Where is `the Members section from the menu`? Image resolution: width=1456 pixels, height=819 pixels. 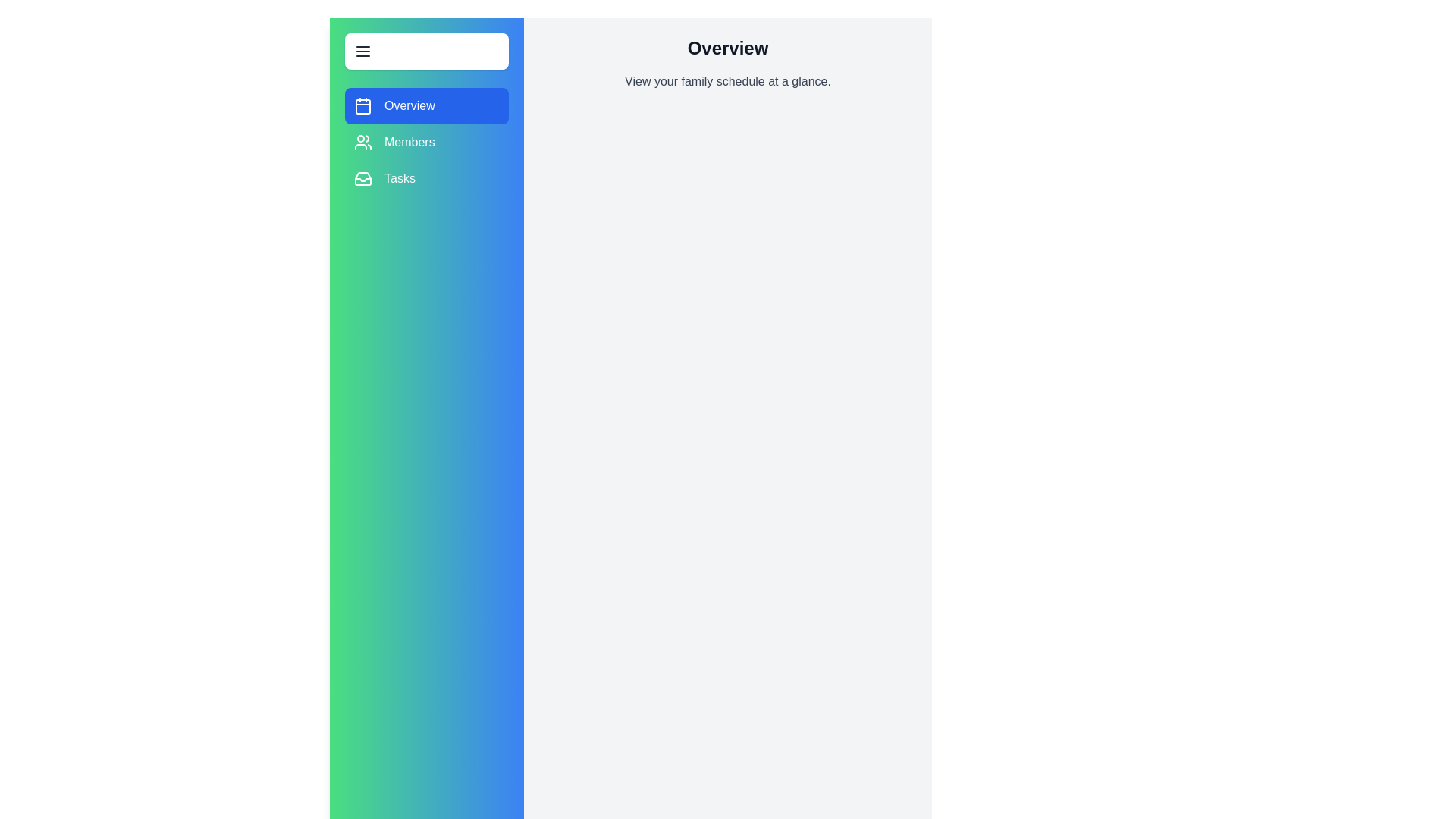 the Members section from the menu is located at coordinates (425, 143).